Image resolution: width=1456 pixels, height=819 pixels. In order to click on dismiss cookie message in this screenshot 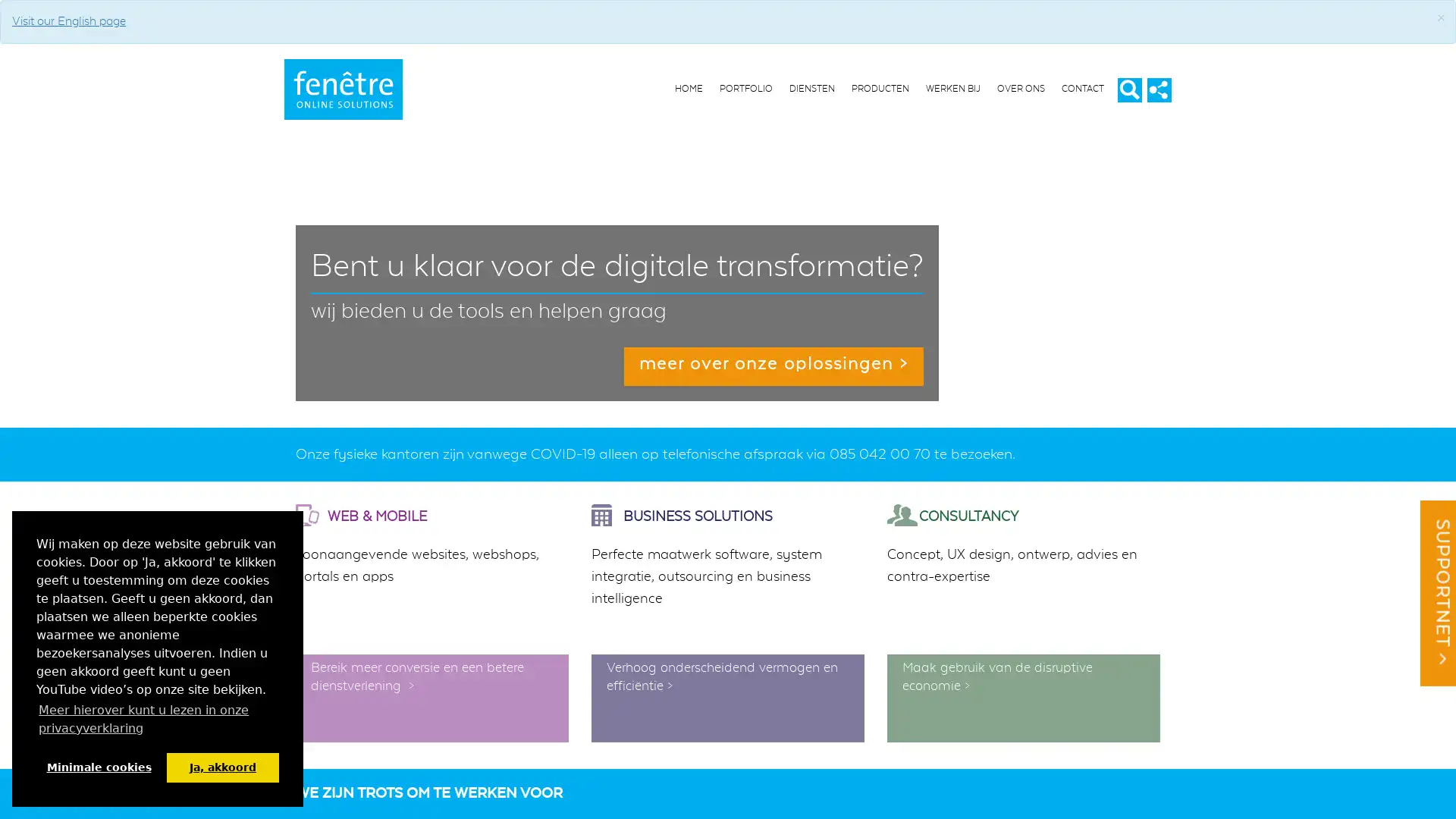, I will do `click(98, 767)`.